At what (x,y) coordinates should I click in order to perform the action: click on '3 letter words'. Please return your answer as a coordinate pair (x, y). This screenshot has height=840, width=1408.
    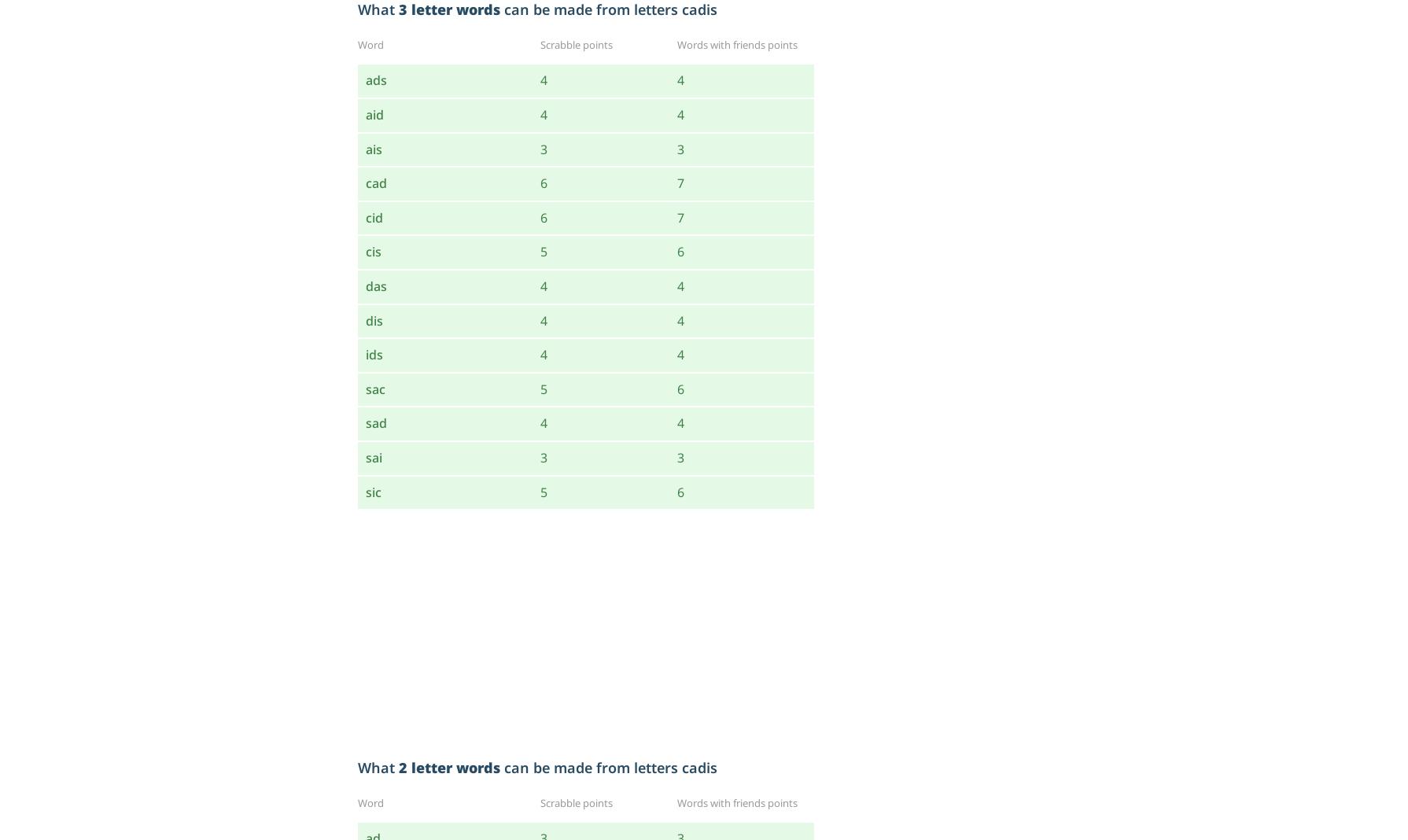
    Looking at the image, I should click on (448, 8).